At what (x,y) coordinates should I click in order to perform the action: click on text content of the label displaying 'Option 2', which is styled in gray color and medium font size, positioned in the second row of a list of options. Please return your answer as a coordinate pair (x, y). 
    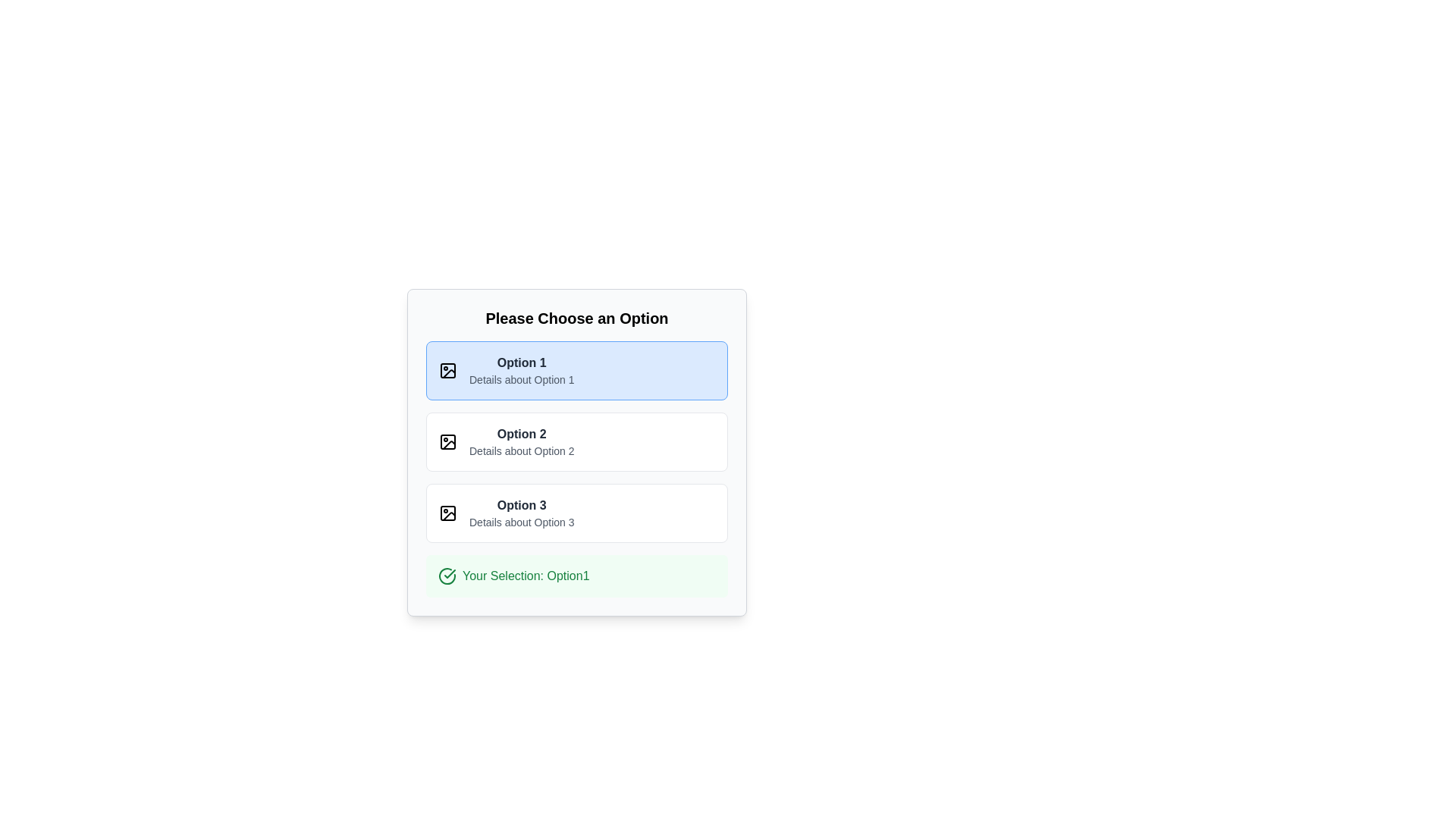
    Looking at the image, I should click on (522, 434).